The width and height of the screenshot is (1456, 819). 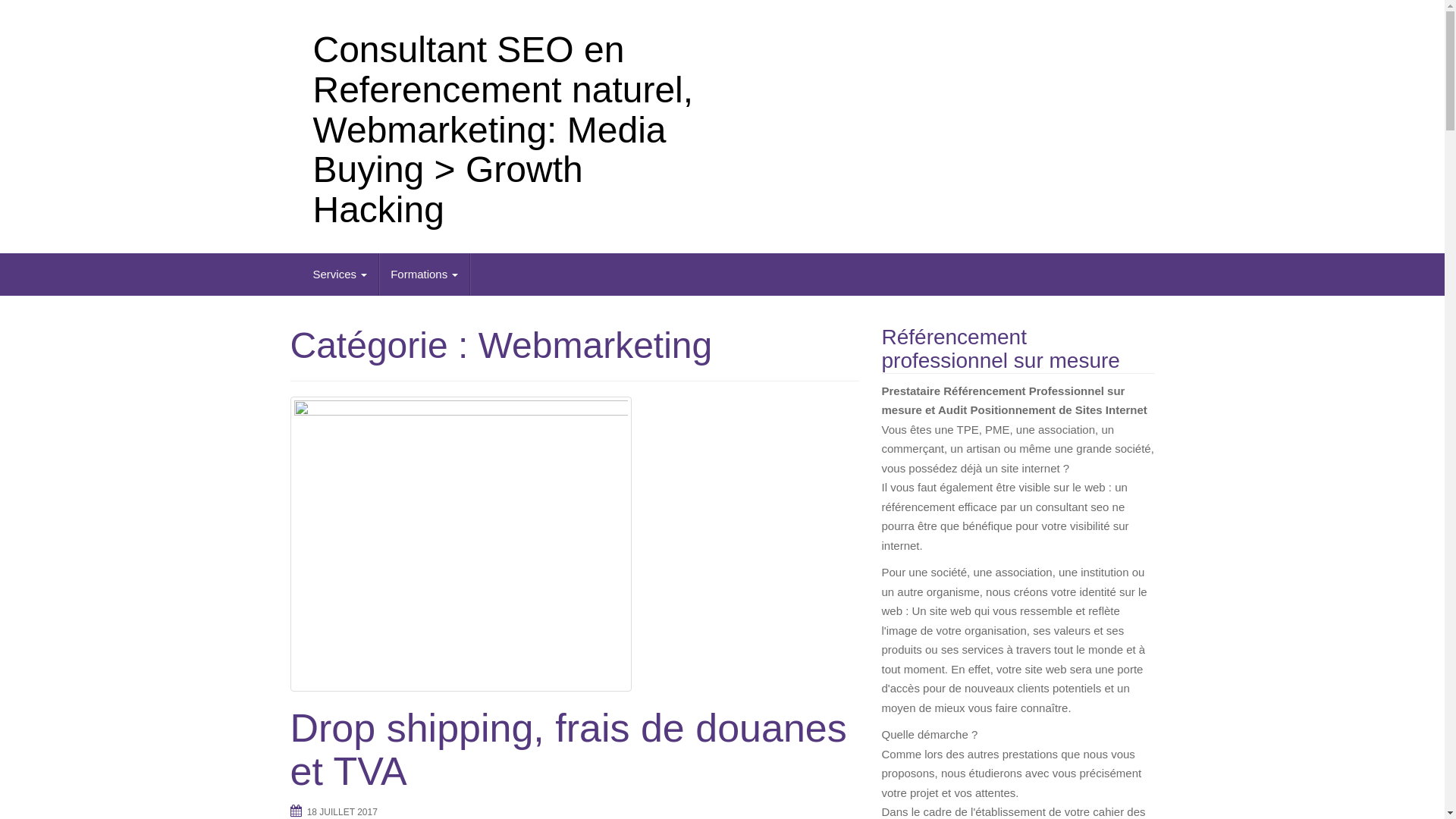 I want to click on 'Services', so click(x=340, y=275).